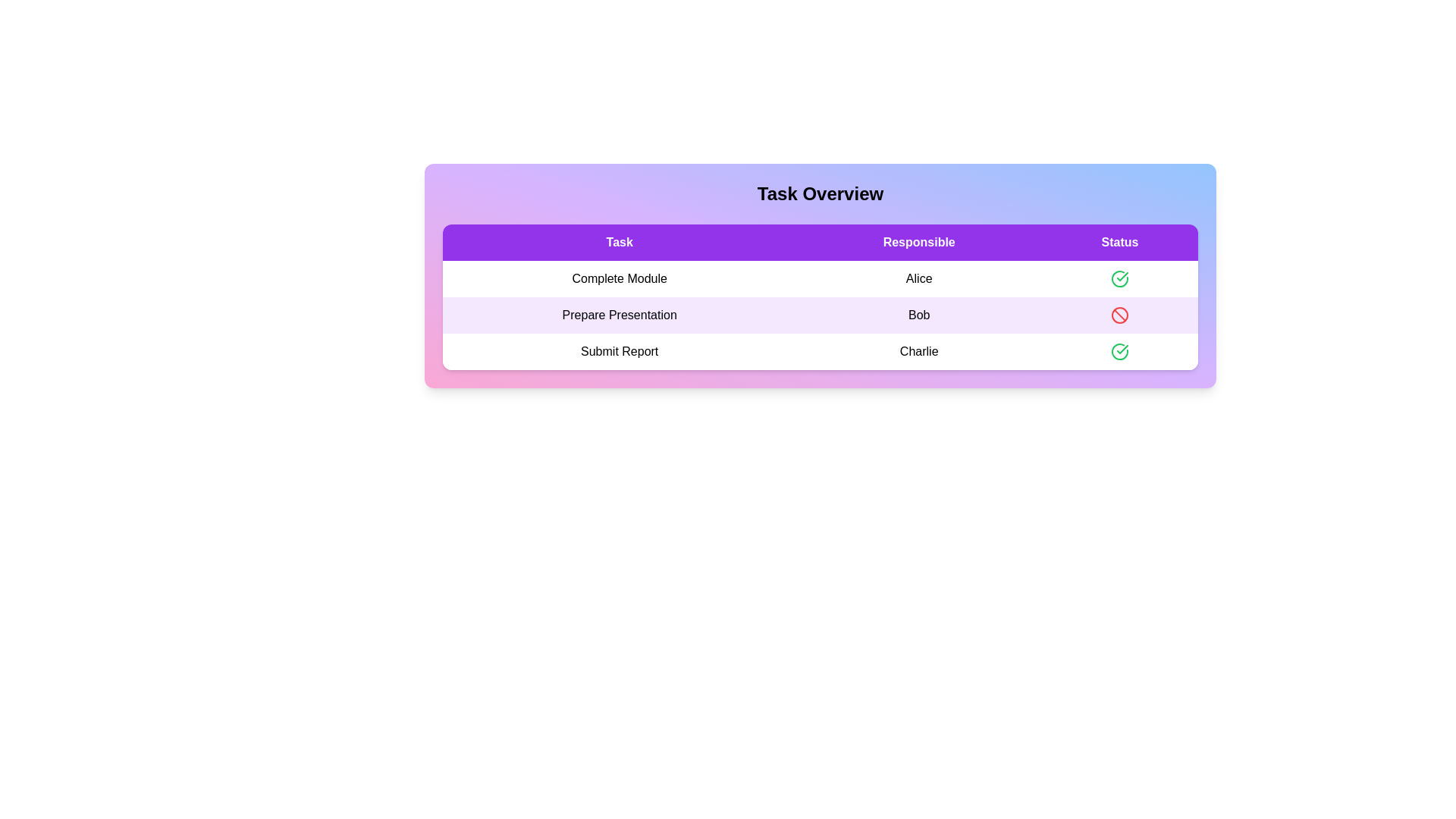  Describe the element at coordinates (918, 278) in the screenshot. I see `the text label displaying the name 'Alice' in the 'Responsible' column of the 'Complete Module' task table` at that location.